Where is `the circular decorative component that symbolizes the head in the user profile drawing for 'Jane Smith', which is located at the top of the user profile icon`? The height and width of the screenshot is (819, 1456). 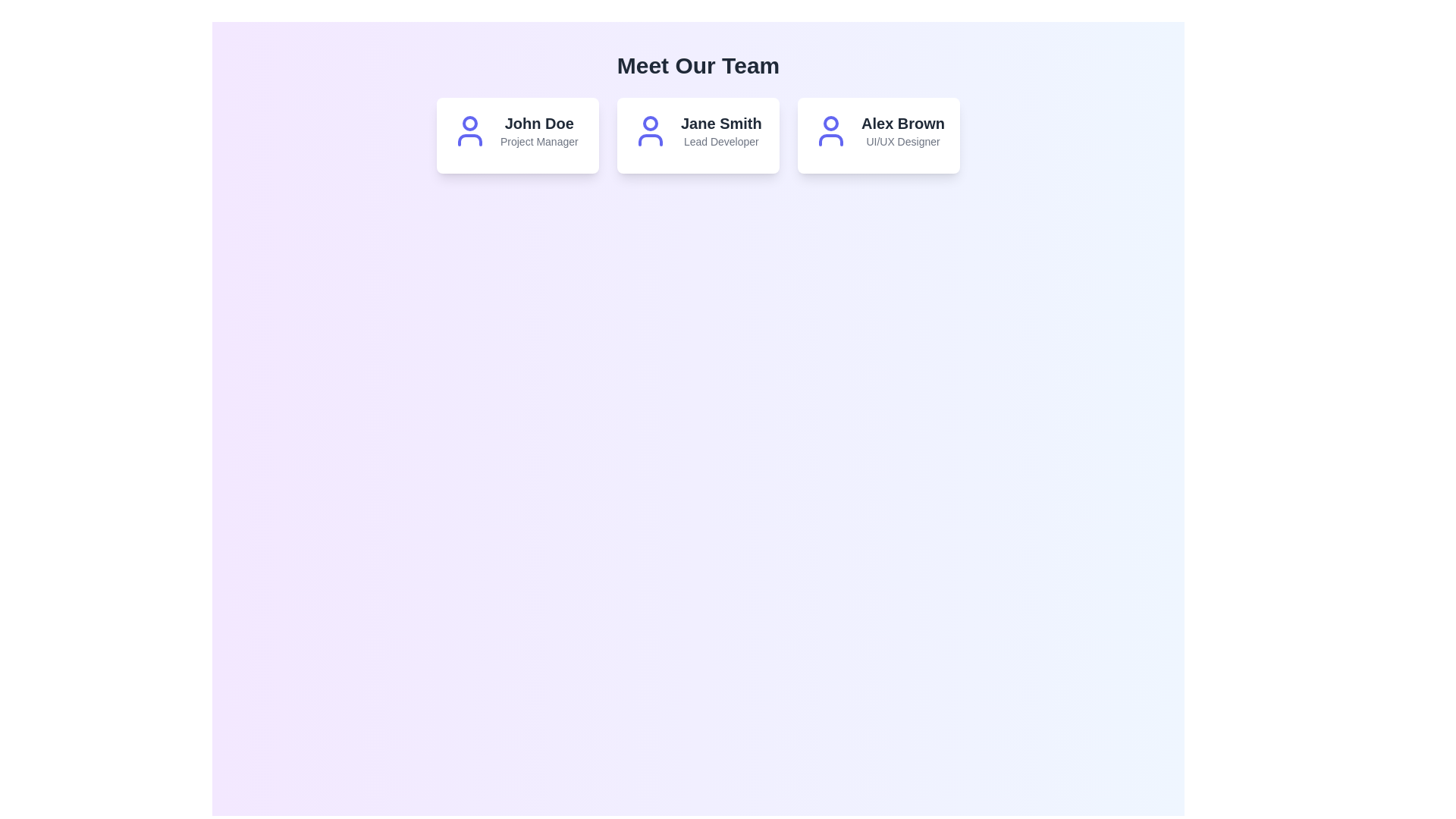
the circular decorative component that symbolizes the head in the user profile drawing for 'Jane Smith', which is located at the top of the user profile icon is located at coordinates (651, 122).